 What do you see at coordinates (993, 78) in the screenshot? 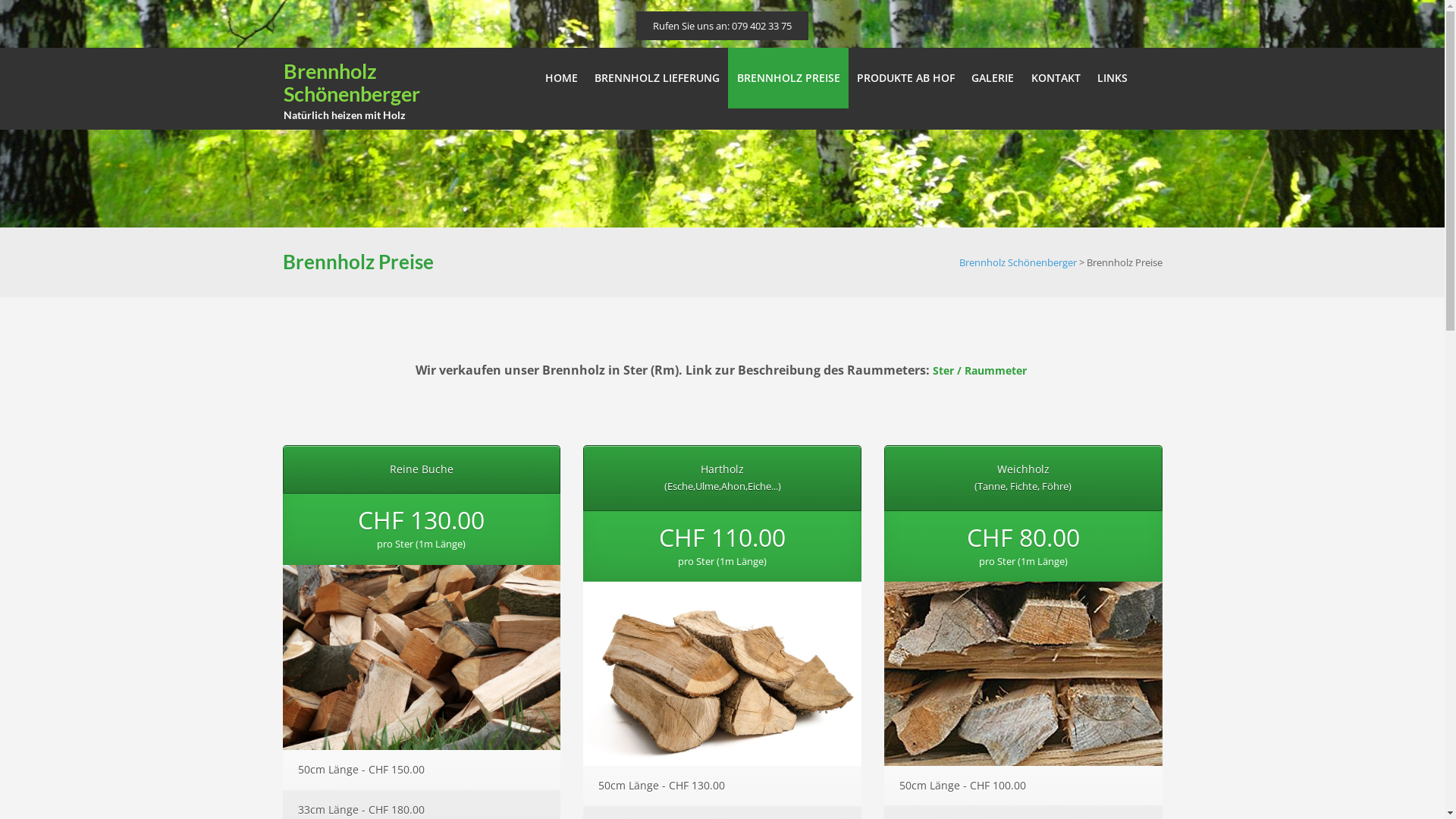
I see `'GALERIE'` at bounding box center [993, 78].